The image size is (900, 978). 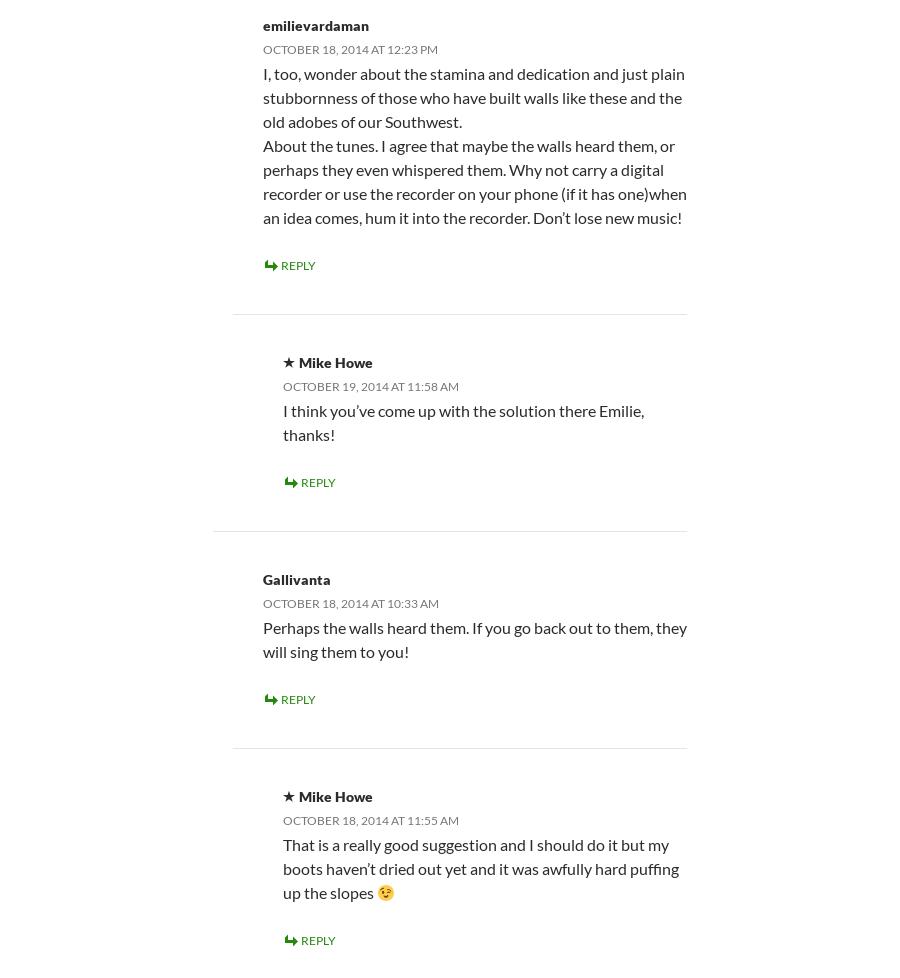 What do you see at coordinates (281, 420) in the screenshot?
I see `'I think you’ve come up with the solution there Emilie, thanks!'` at bounding box center [281, 420].